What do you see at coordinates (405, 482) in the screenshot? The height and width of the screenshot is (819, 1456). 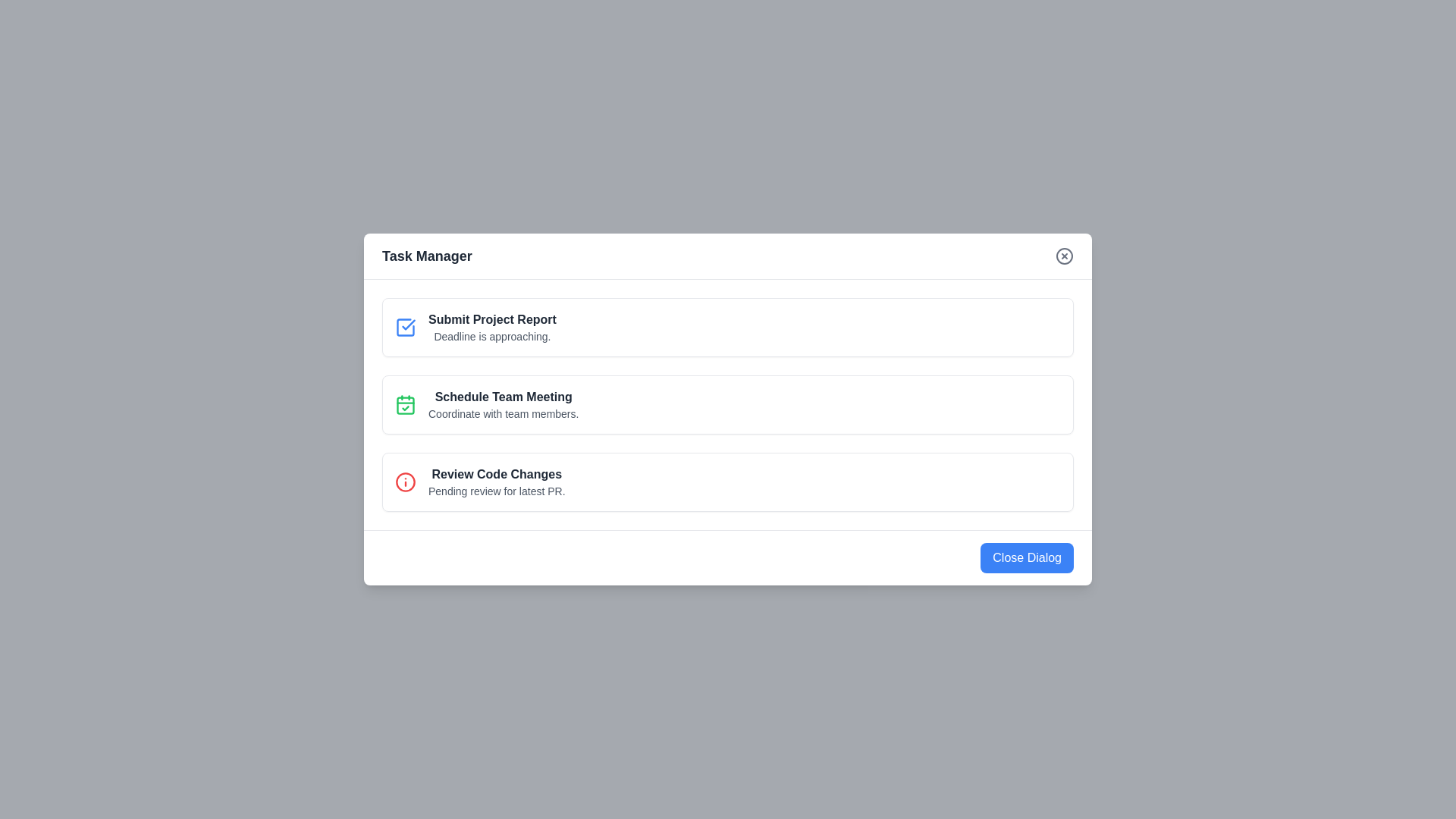 I see `the icon for the task titled 'Review Code Changes'` at bounding box center [405, 482].